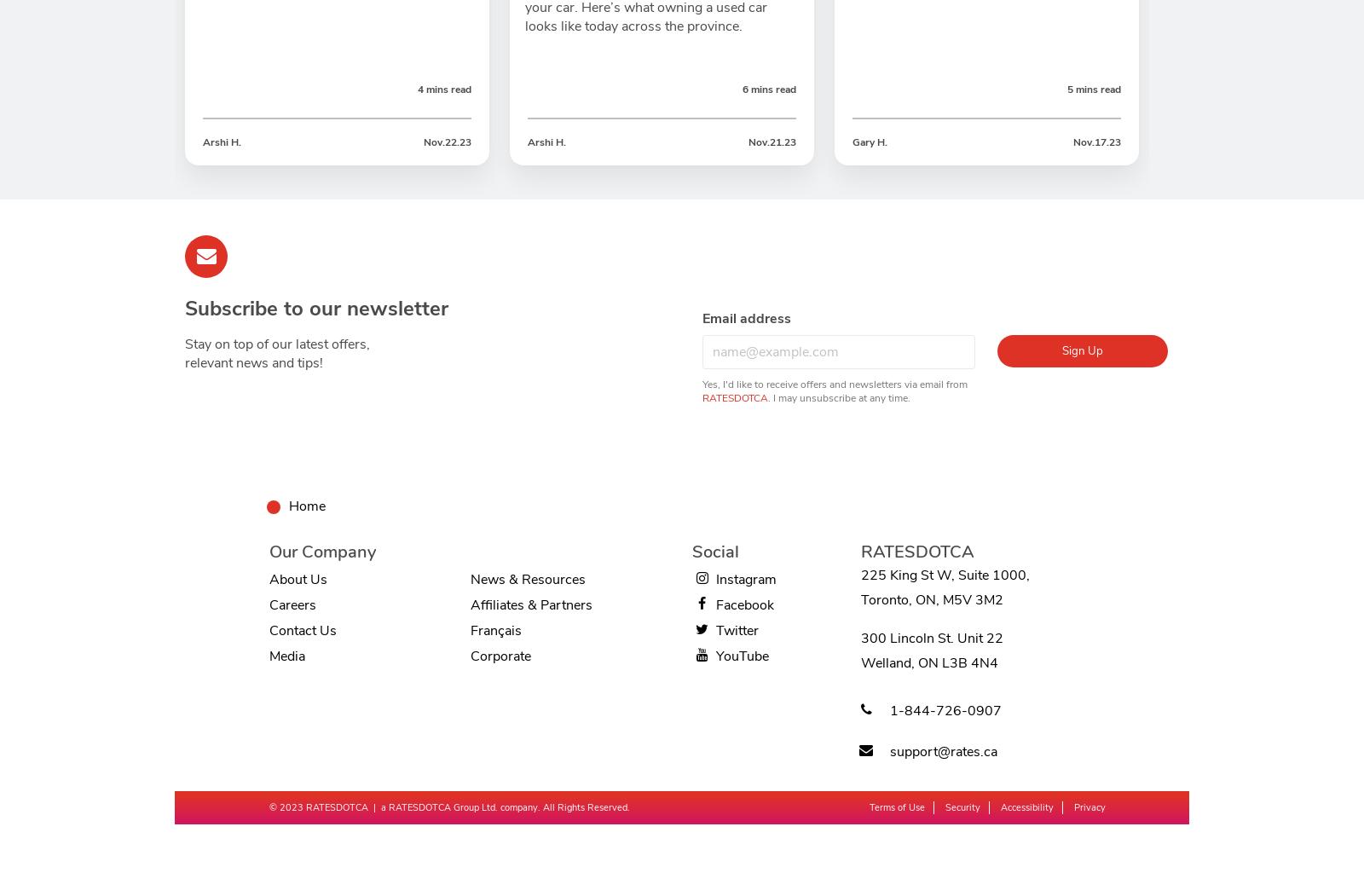  I want to click on 'Media', so click(286, 655).